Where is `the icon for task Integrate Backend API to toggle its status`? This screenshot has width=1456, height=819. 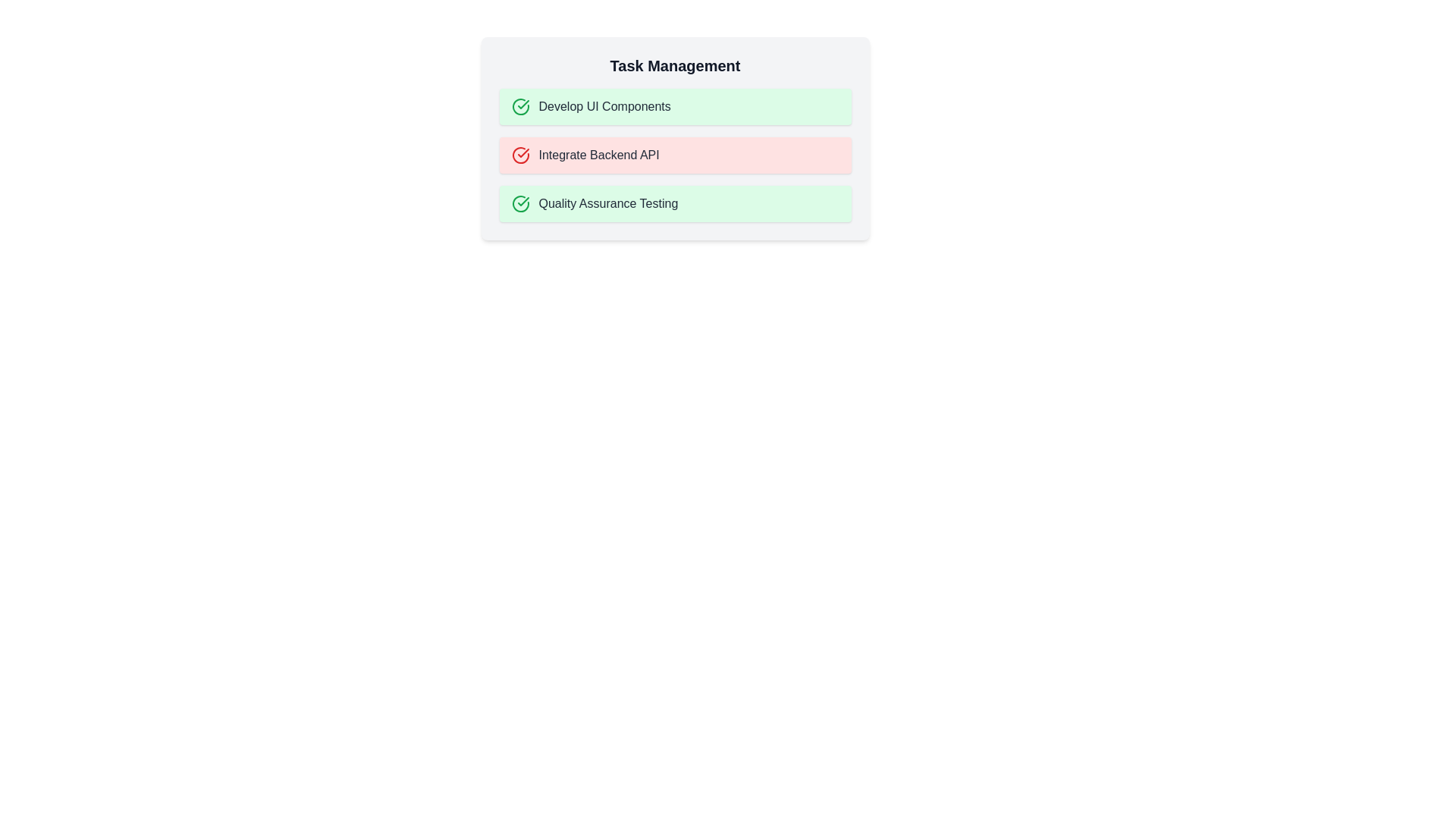
the icon for task Integrate Backend API to toggle its status is located at coordinates (520, 155).